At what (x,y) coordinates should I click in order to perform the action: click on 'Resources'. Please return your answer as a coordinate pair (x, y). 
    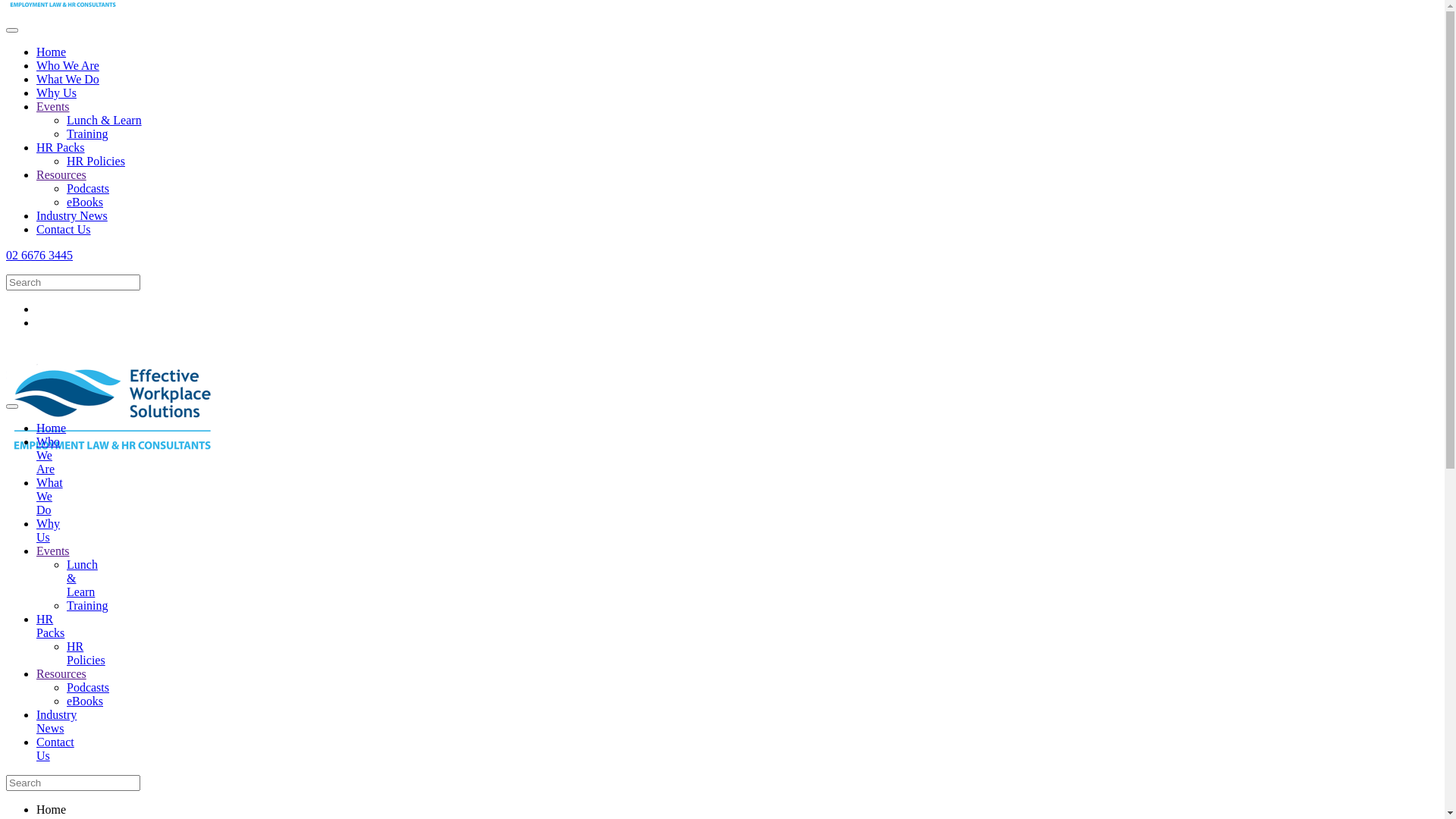
    Looking at the image, I should click on (61, 673).